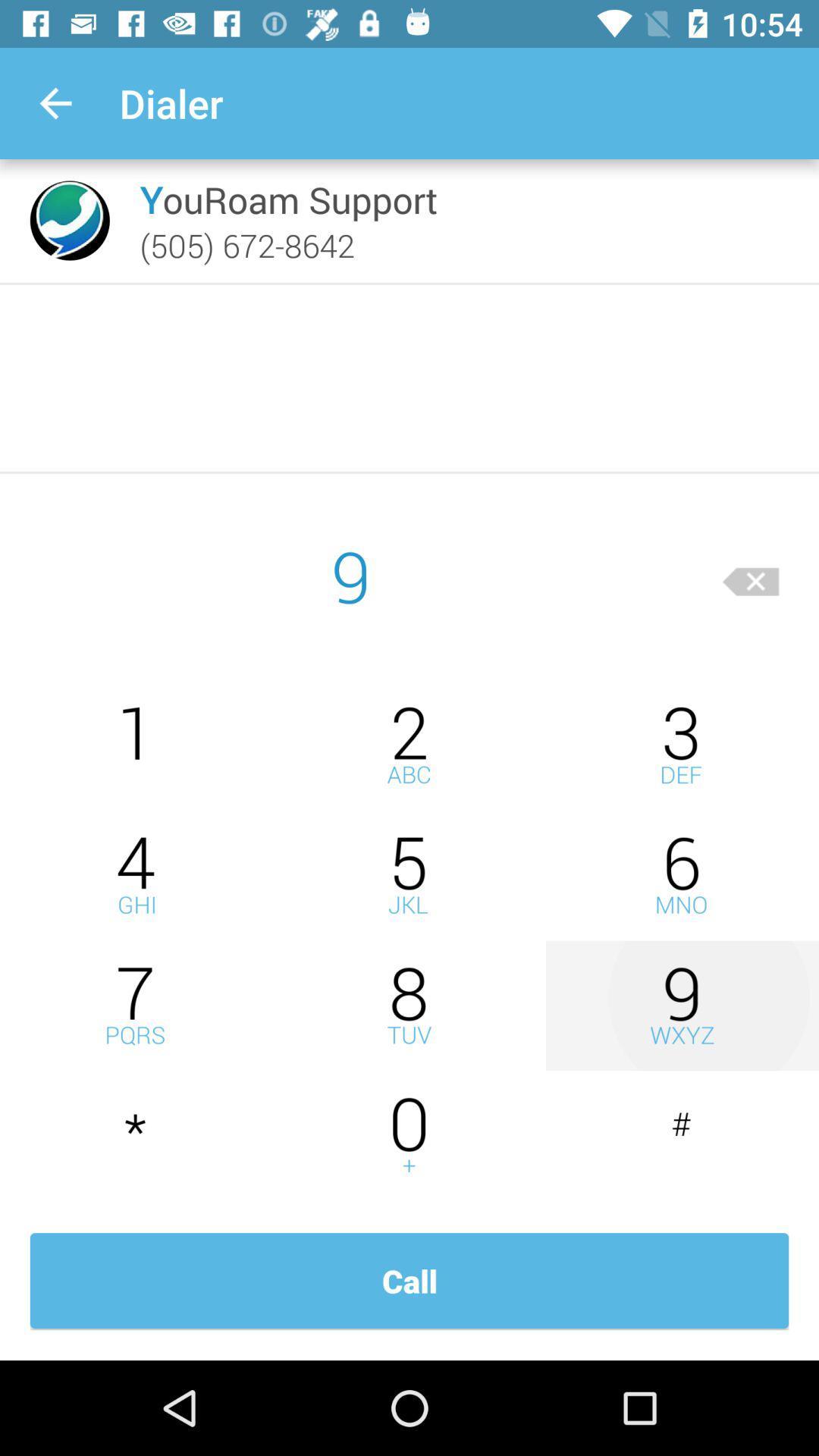 The height and width of the screenshot is (1456, 819). What do you see at coordinates (409, 875) in the screenshot?
I see `type number five` at bounding box center [409, 875].